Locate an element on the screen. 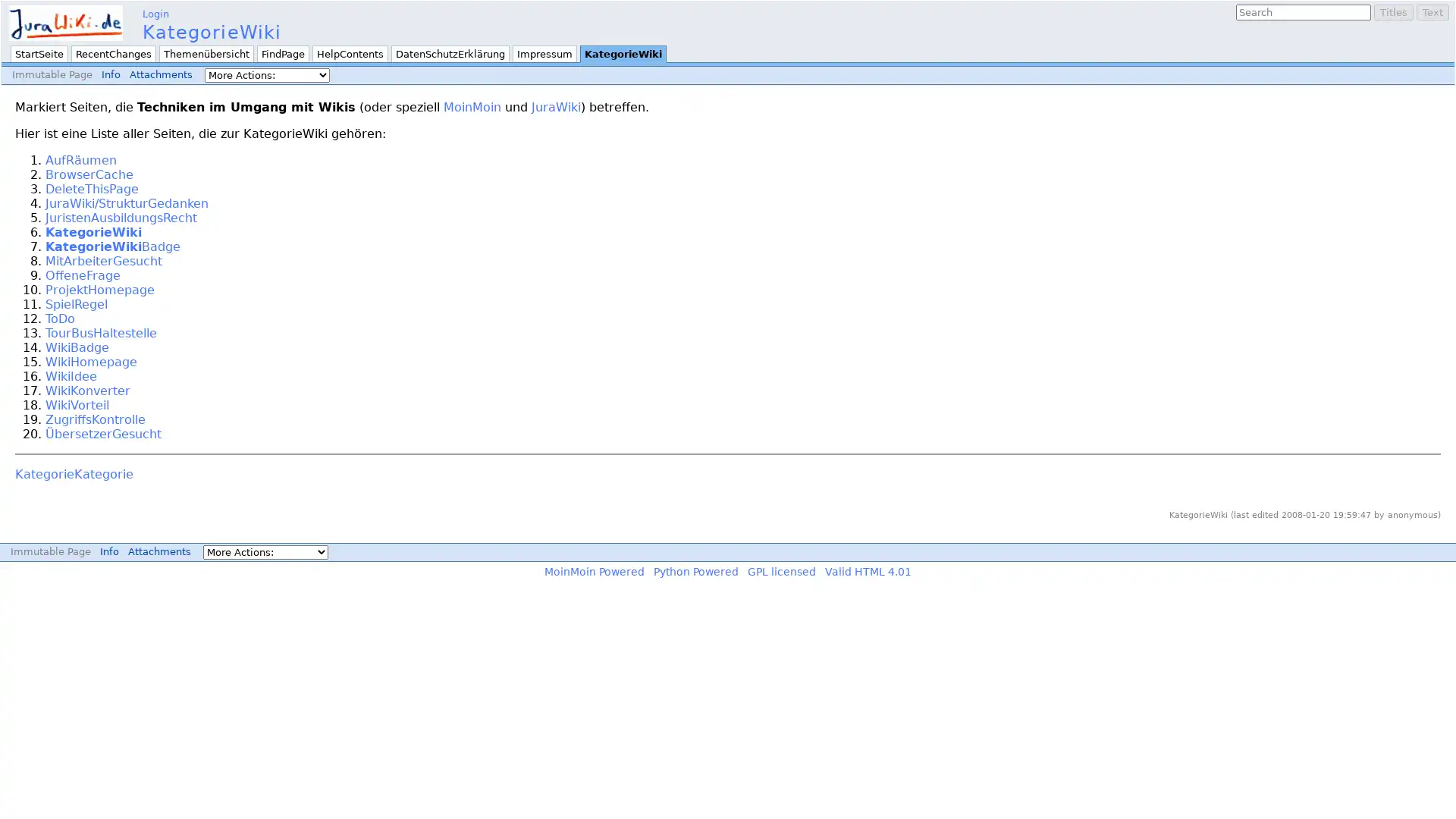 The height and width of the screenshot is (819, 1456). Titles is located at coordinates (1394, 12).